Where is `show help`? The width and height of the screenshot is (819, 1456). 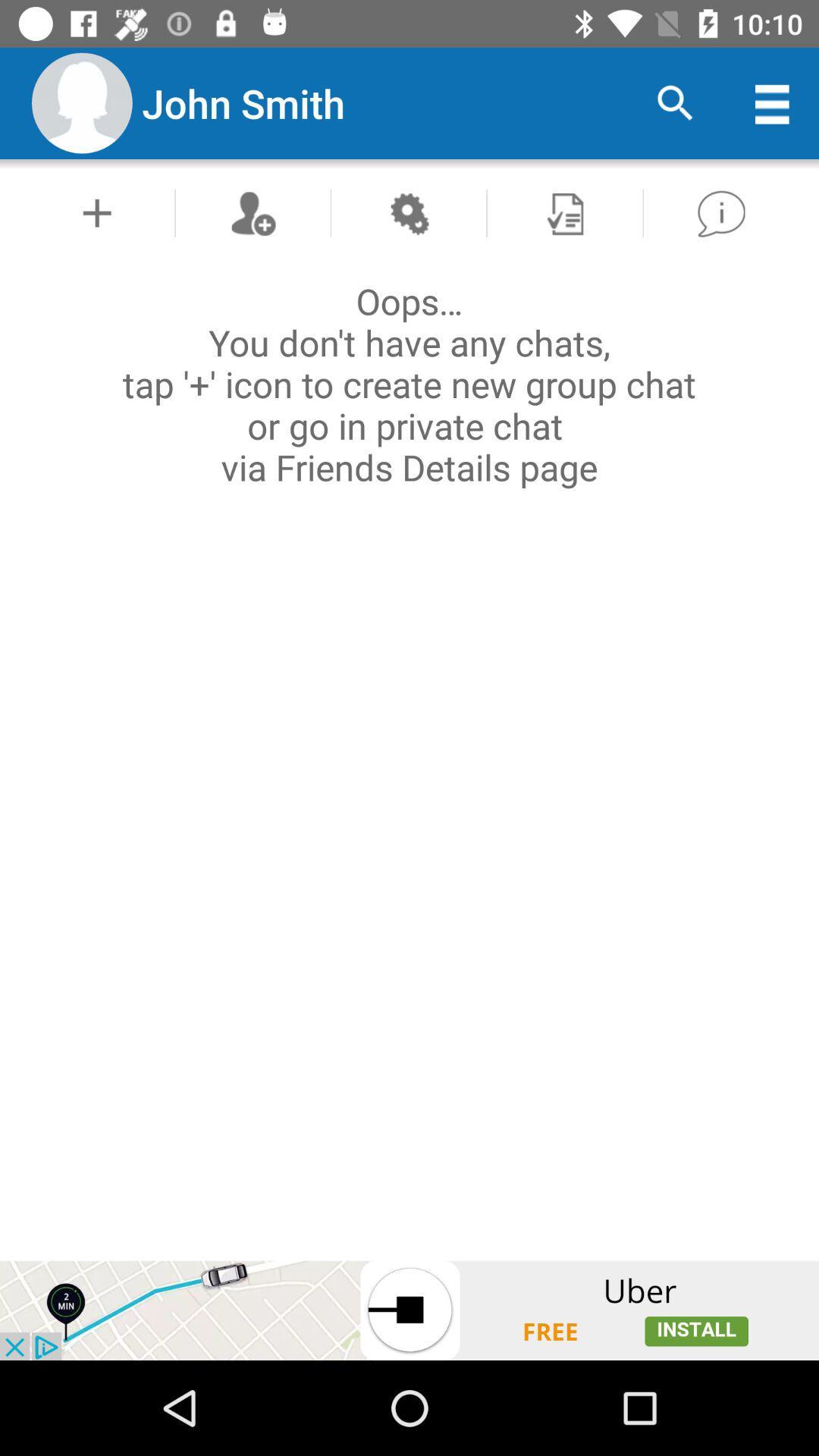 show help is located at coordinates (720, 212).